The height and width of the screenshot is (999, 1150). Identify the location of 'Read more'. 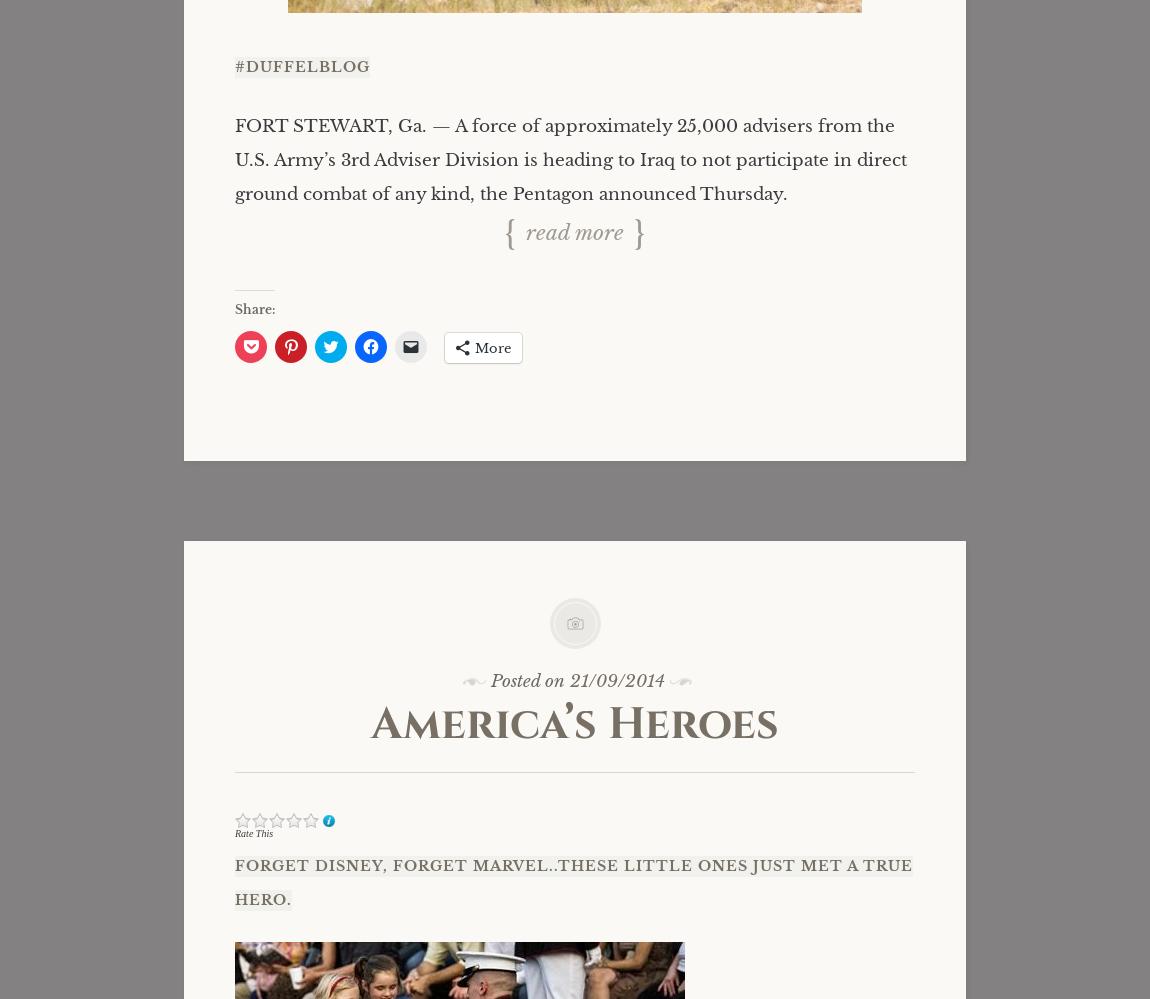
(575, 232).